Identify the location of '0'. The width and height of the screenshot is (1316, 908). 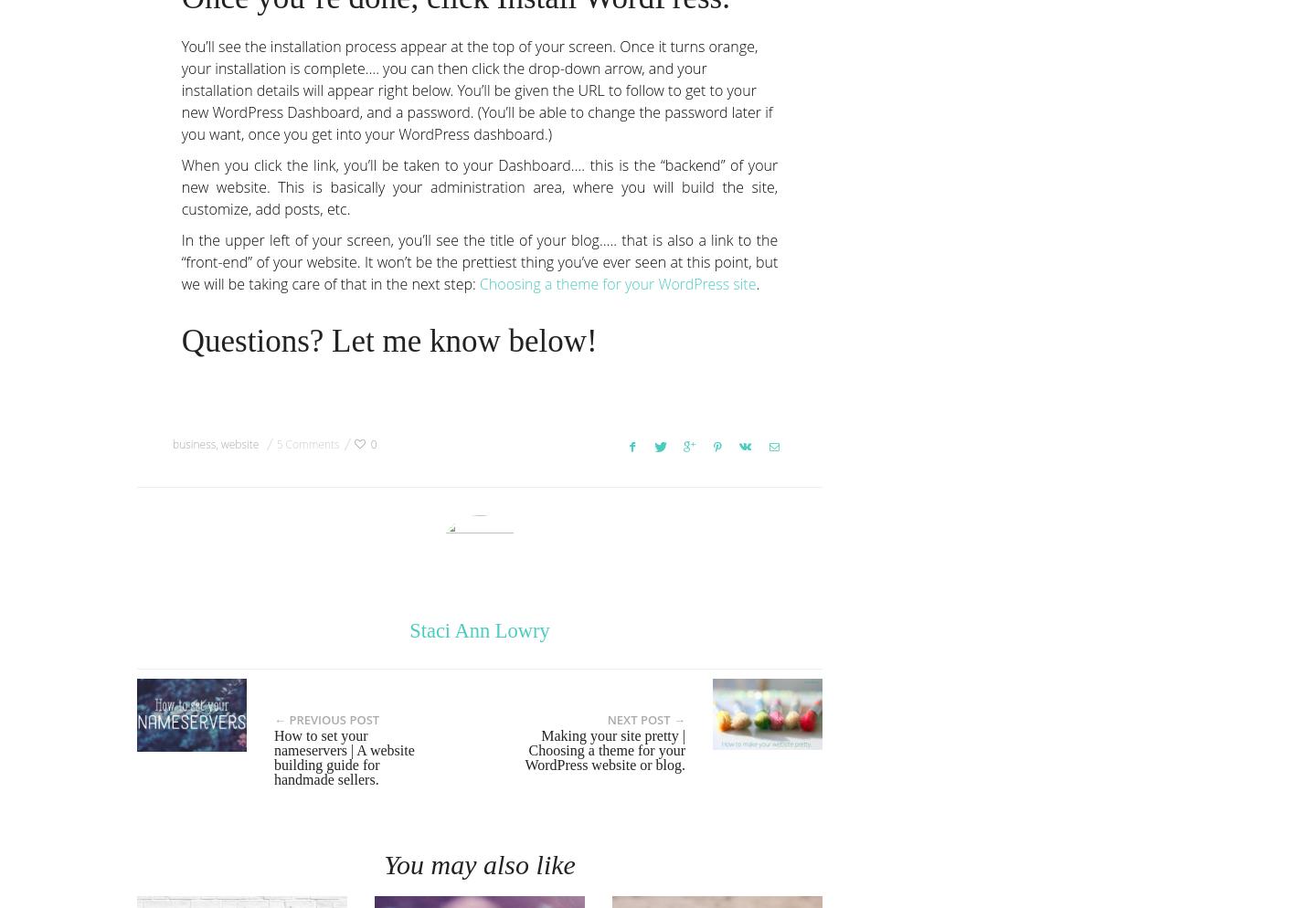
(372, 442).